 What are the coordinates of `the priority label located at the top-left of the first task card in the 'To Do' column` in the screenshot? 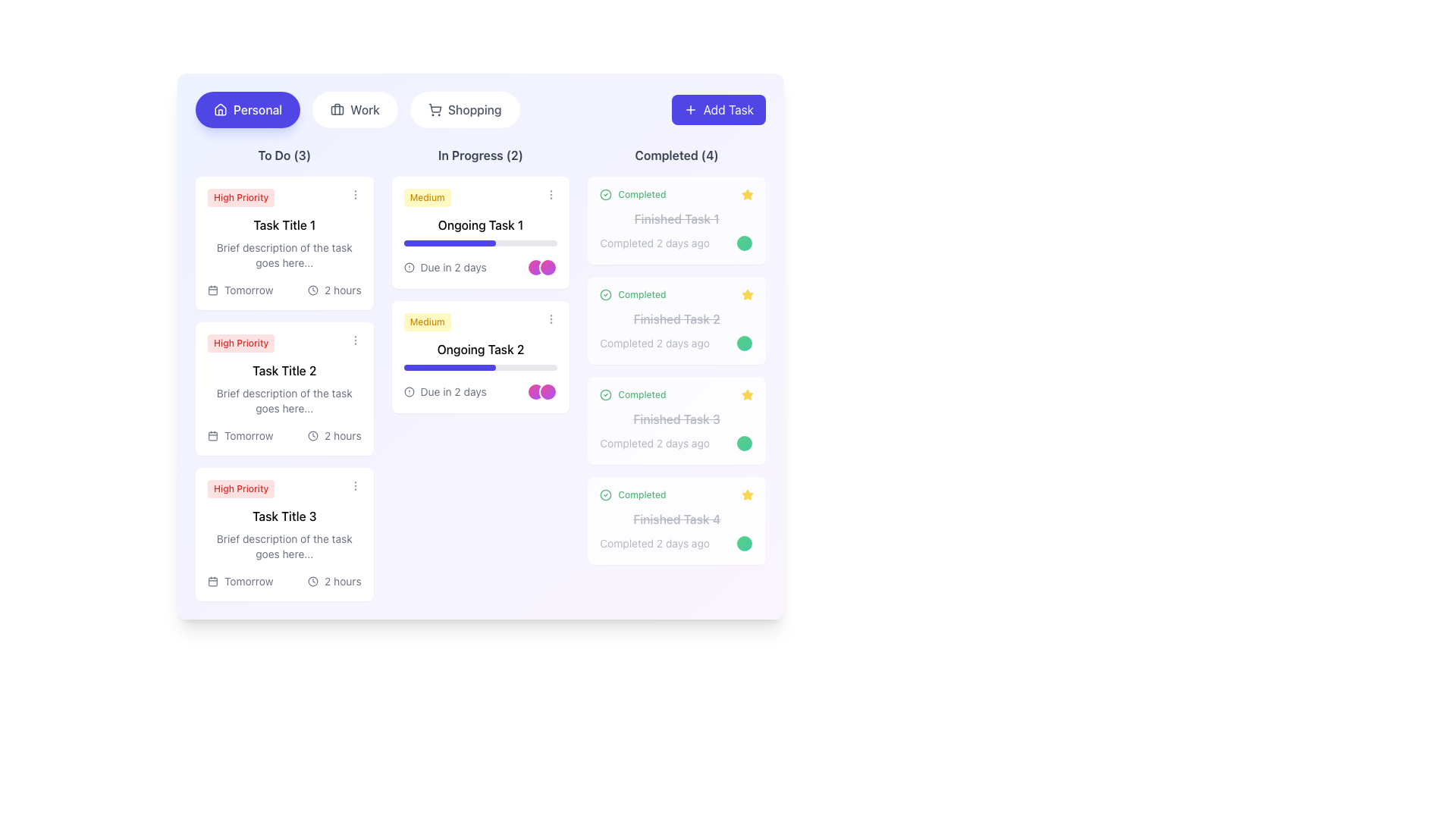 It's located at (240, 197).